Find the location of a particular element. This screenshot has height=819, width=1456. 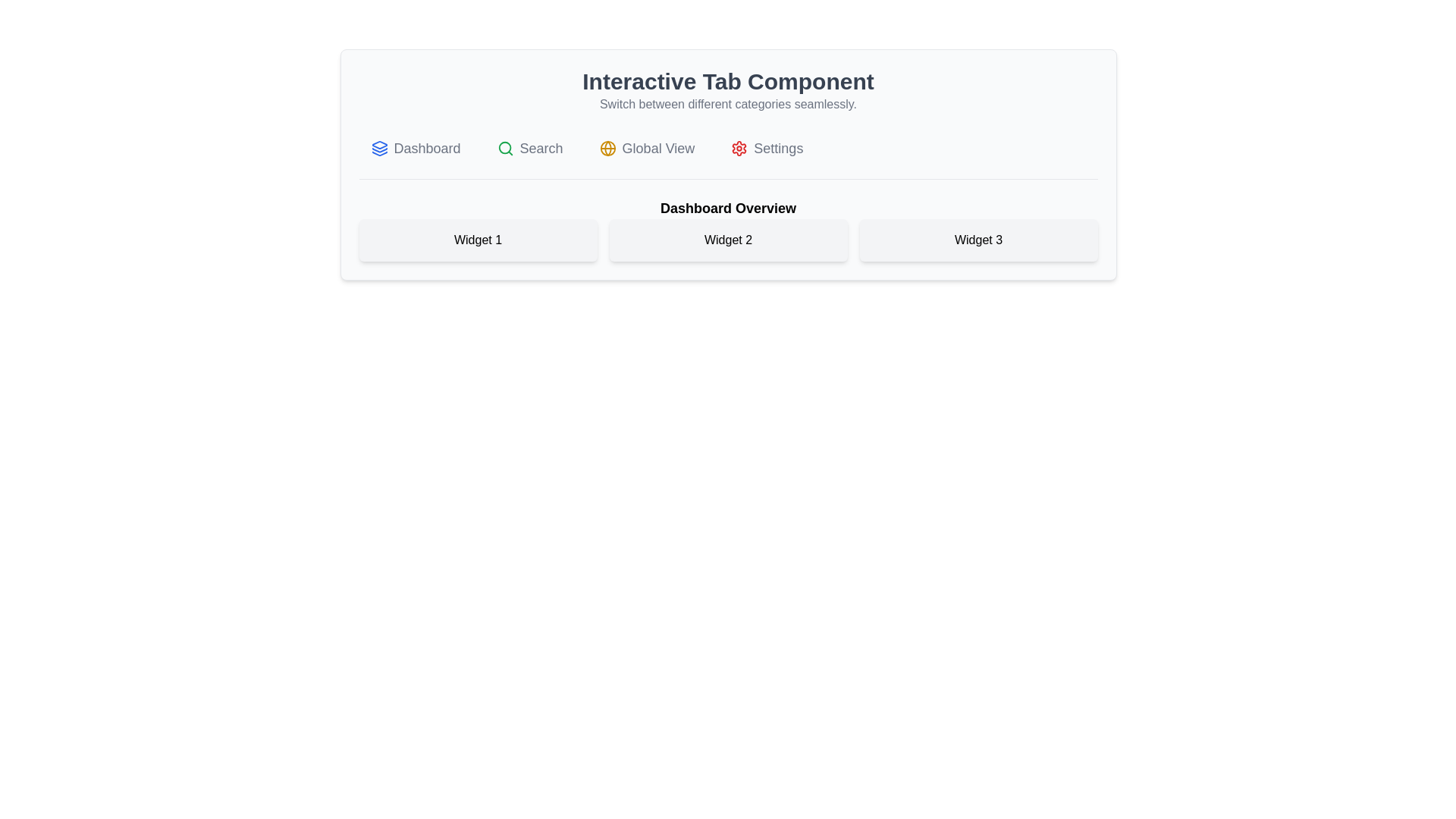

the visual representation of the red gear icon located within the 'Settings' button in the top navigation bar, positioned between the 'Global View' button and the 'Settings' label text is located at coordinates (739, 149).